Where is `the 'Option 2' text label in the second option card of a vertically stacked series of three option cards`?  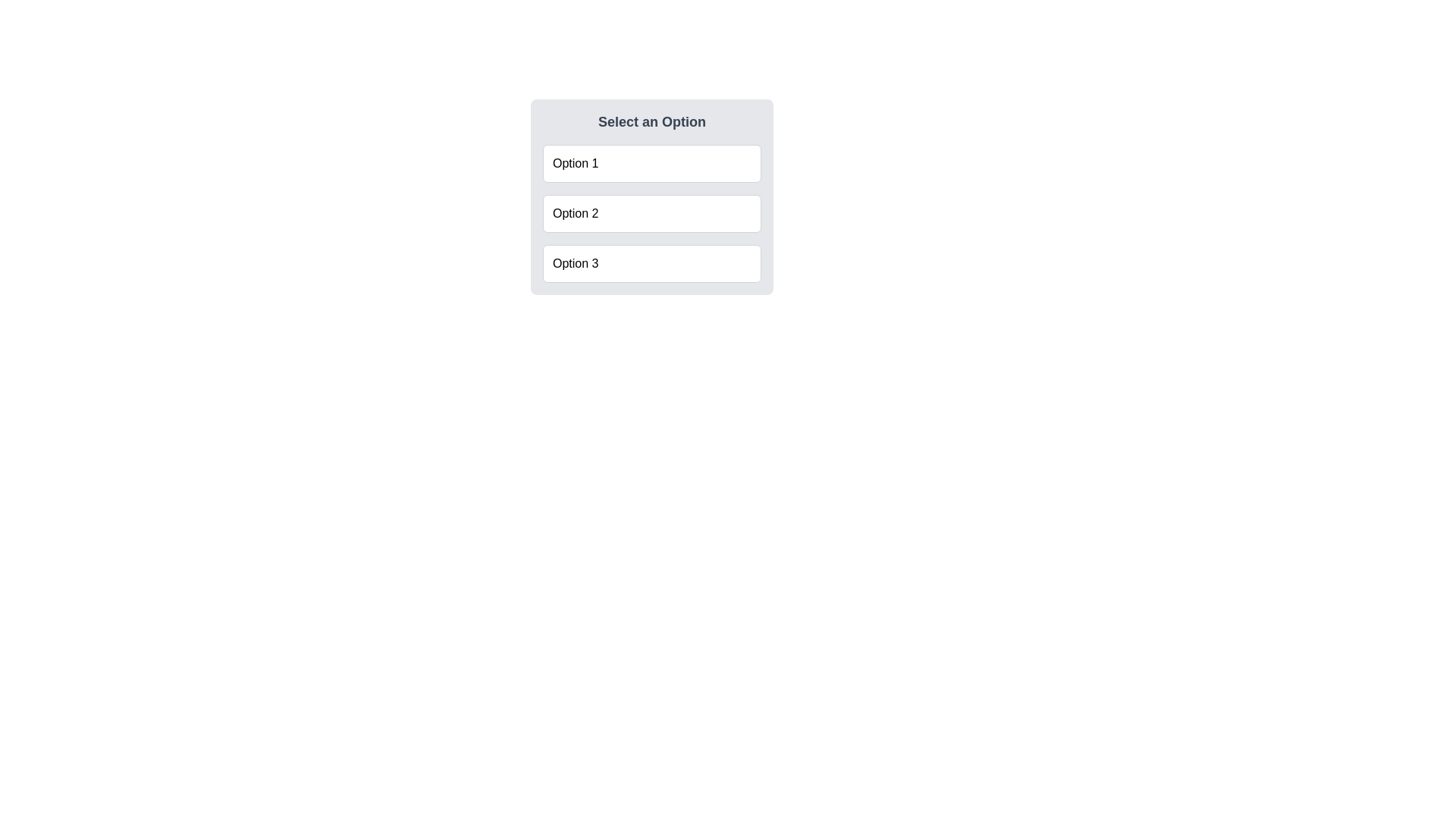
the 'Option 2' text label in the second option card of a vertically stacked series of three option cards is located at coordinates (575, 213).